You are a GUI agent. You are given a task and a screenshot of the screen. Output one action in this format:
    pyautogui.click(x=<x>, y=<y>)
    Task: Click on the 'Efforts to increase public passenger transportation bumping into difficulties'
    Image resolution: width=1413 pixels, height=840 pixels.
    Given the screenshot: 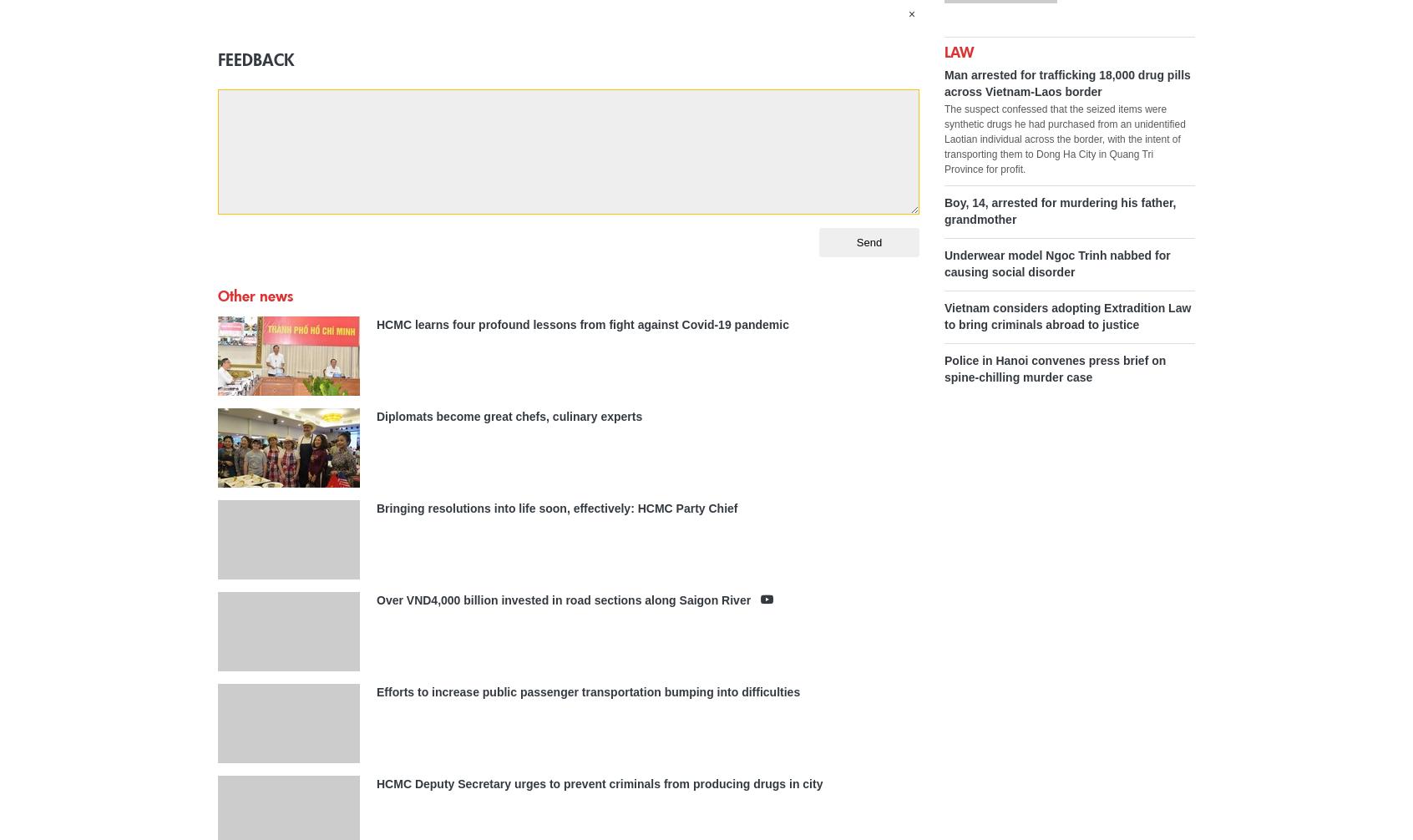 What is the action you would take?
    pyautogui.click(x=375, y=691)
    